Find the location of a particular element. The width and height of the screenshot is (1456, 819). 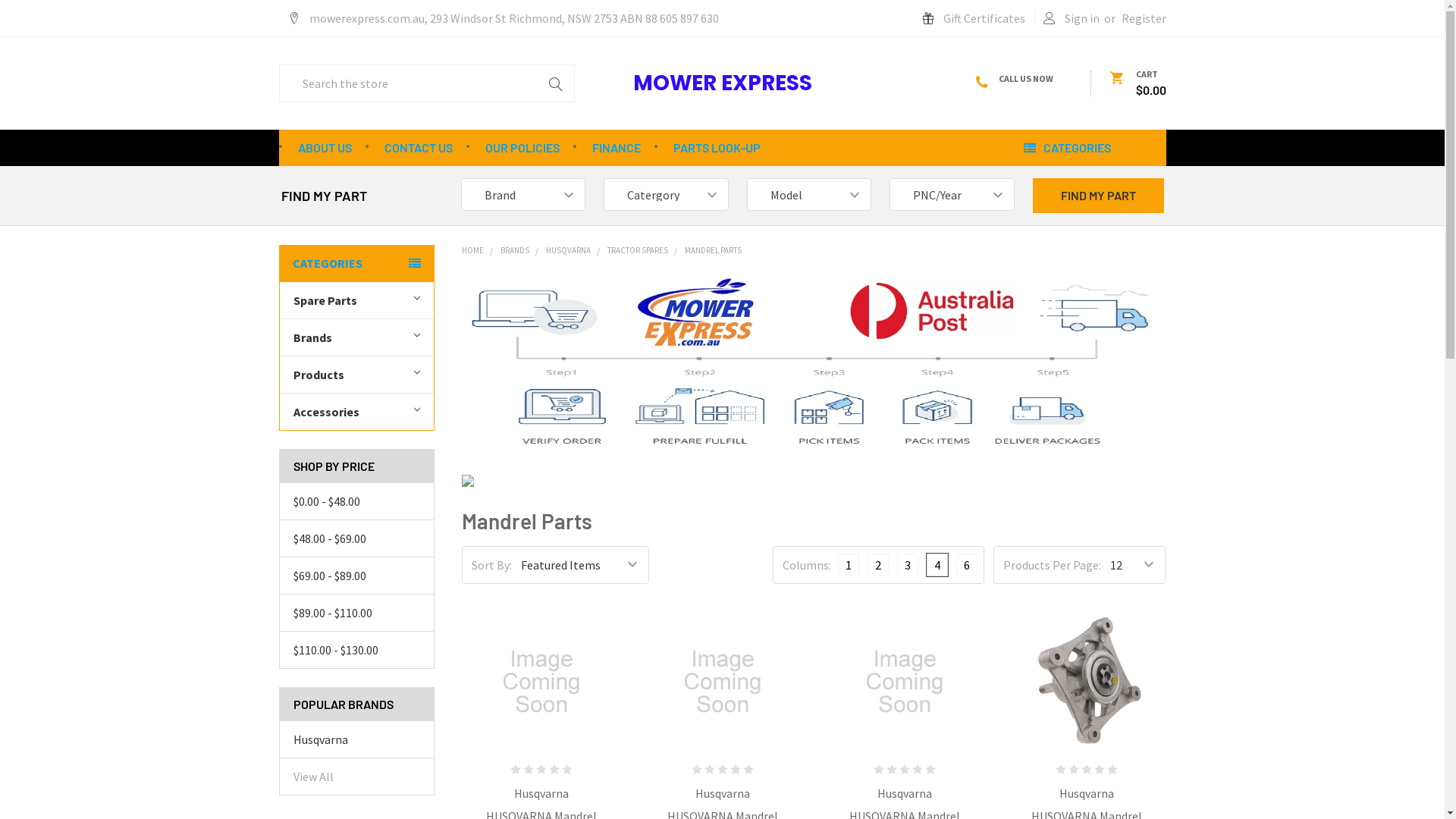

'BRANDS' is located at coordinates (514, 249).